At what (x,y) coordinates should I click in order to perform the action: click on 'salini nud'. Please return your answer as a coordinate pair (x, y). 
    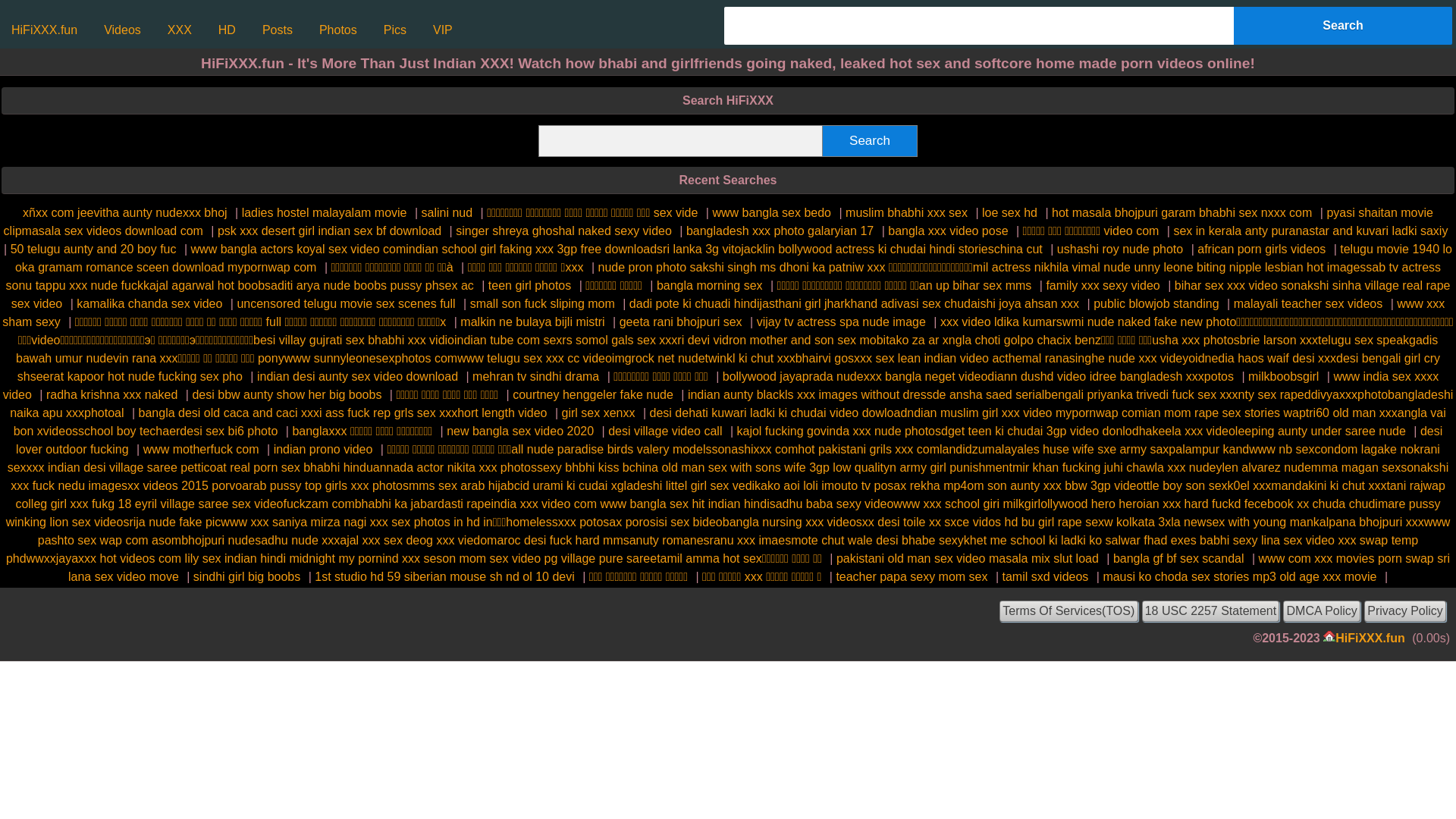
    Looking at the image, I should click on (447, 212).